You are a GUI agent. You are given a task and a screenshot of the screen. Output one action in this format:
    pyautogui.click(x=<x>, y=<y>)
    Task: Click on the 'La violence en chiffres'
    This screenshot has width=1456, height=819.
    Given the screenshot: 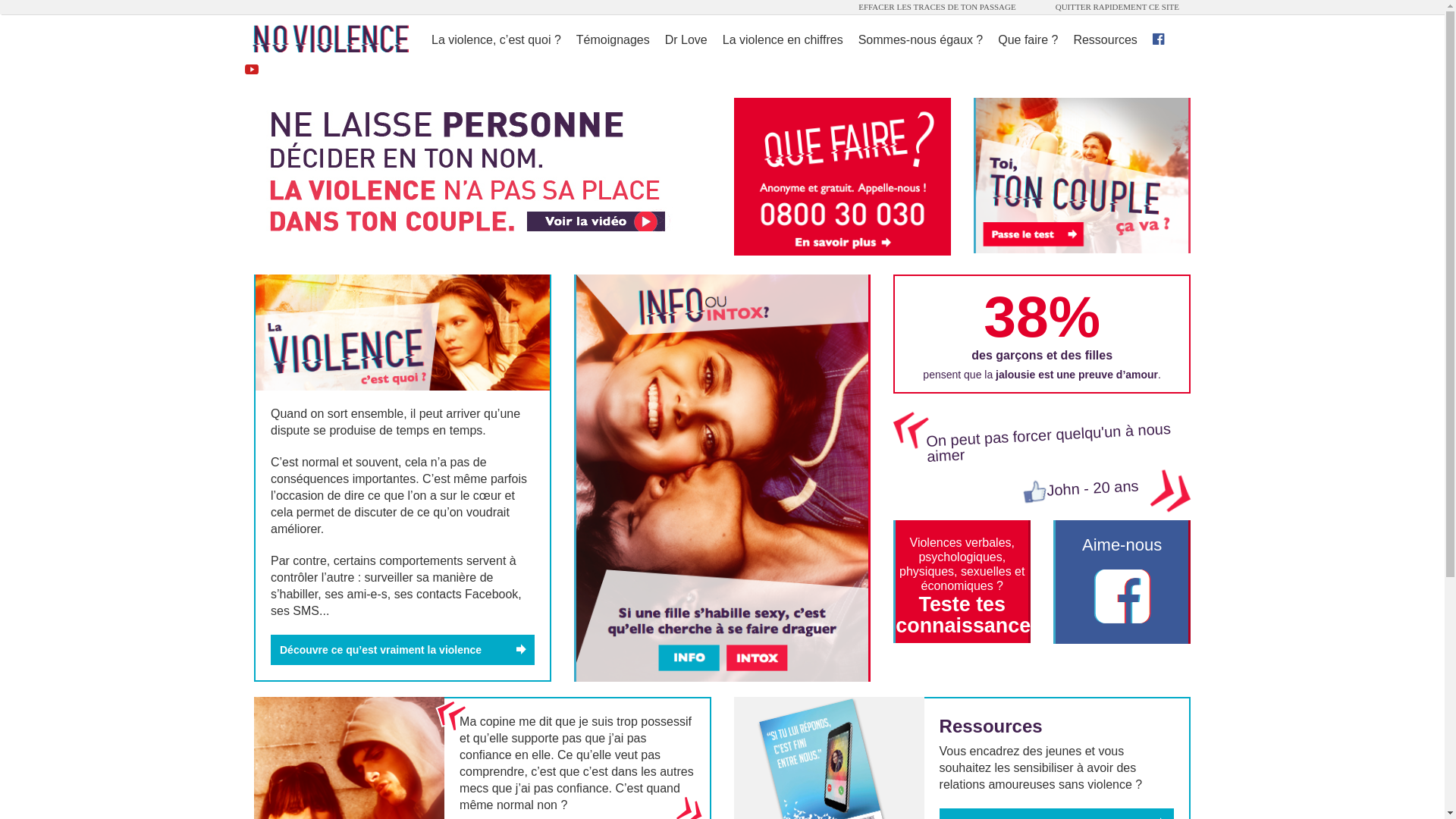 What is the action you would take?
    pyautogui.click(x=783, y=39)
    